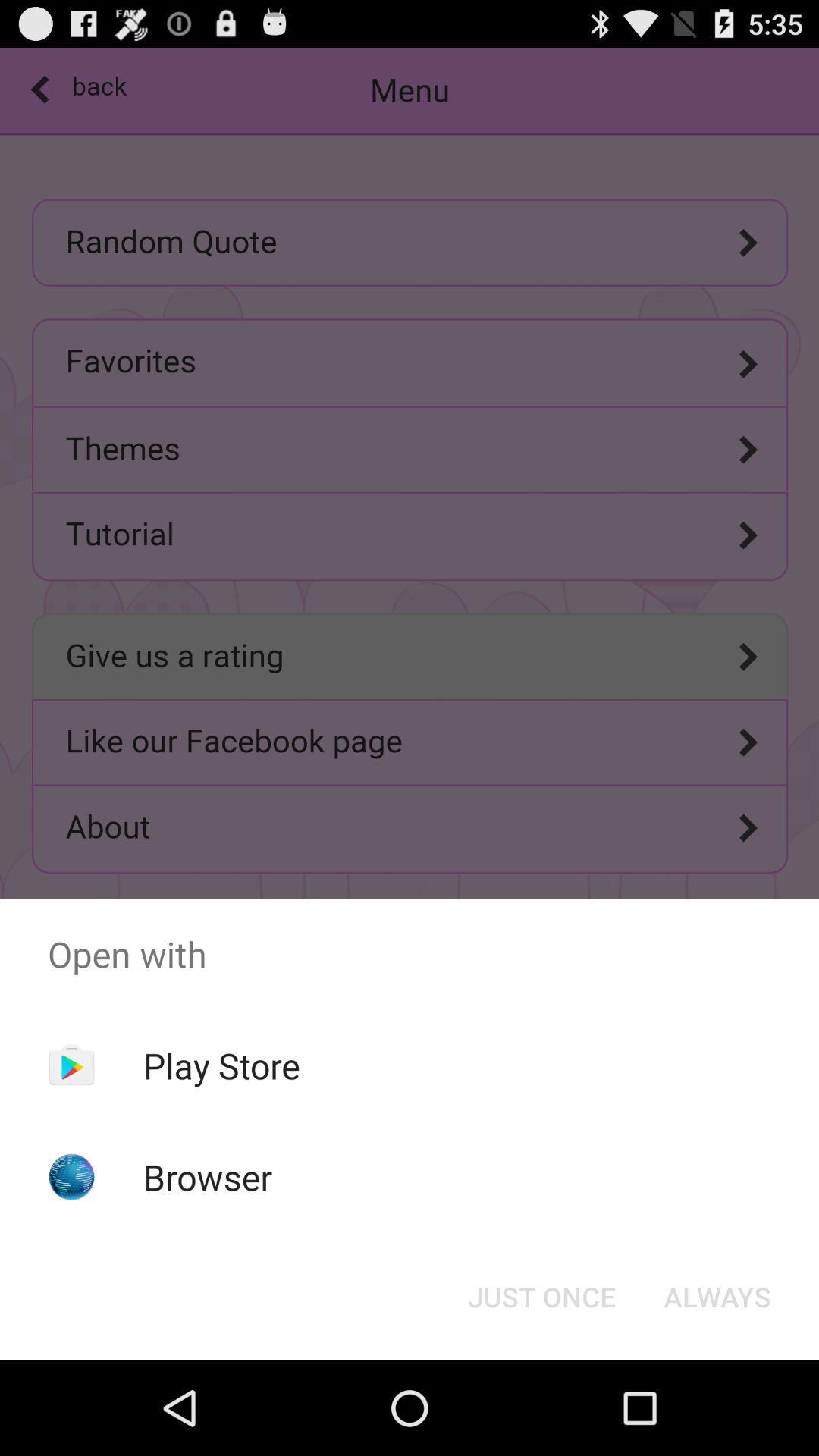 Image resolution: width=819 pixels, height=1456 pixels. What do you see at coordinates (541, 1295) in the screenshot?
I see `the button at the bottom` at bounding box center [541, 1295].